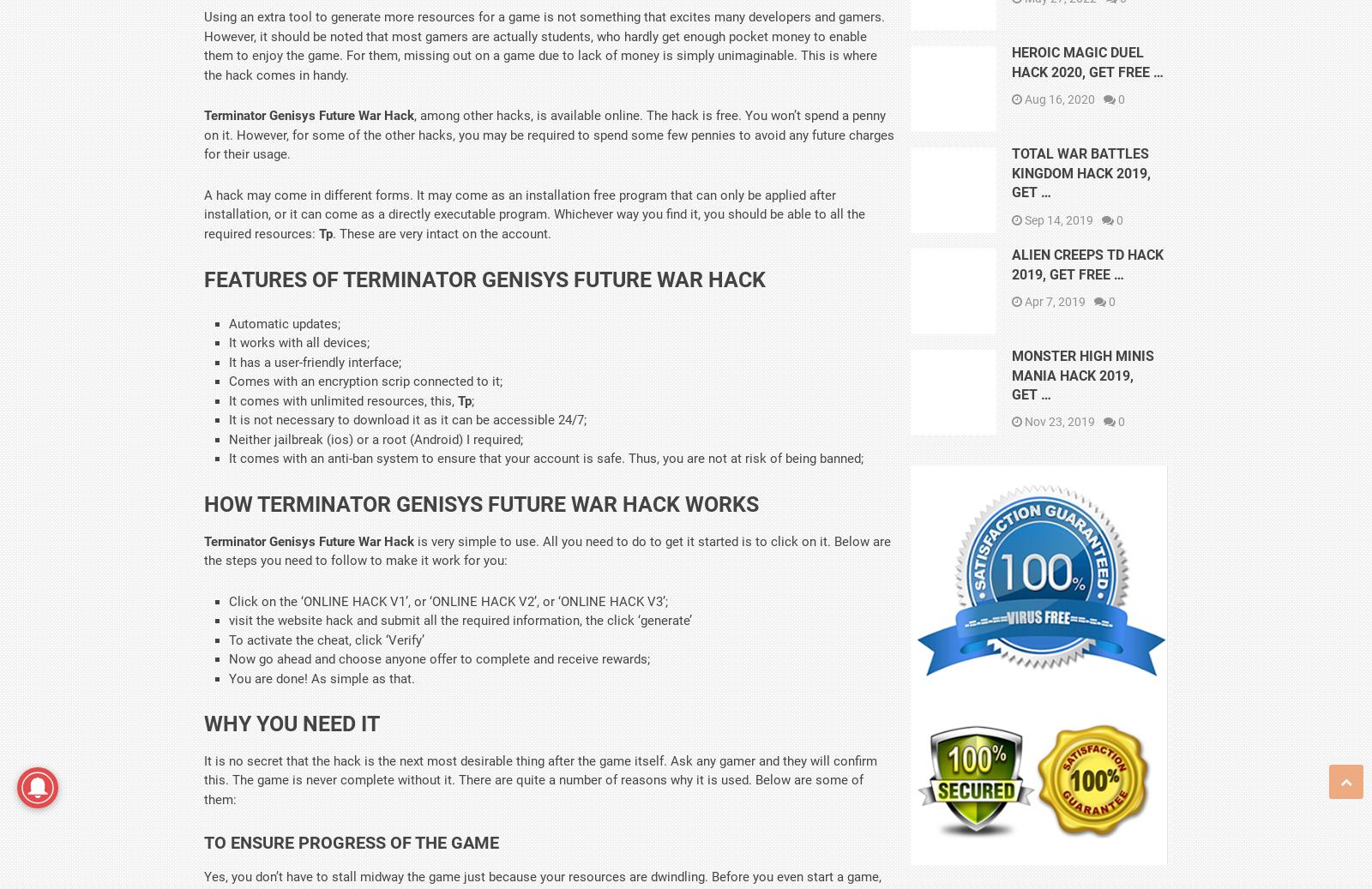  Describe the element at coordinates (292, 723) in the screenshot. I see `'Why You Need It'` at that location.